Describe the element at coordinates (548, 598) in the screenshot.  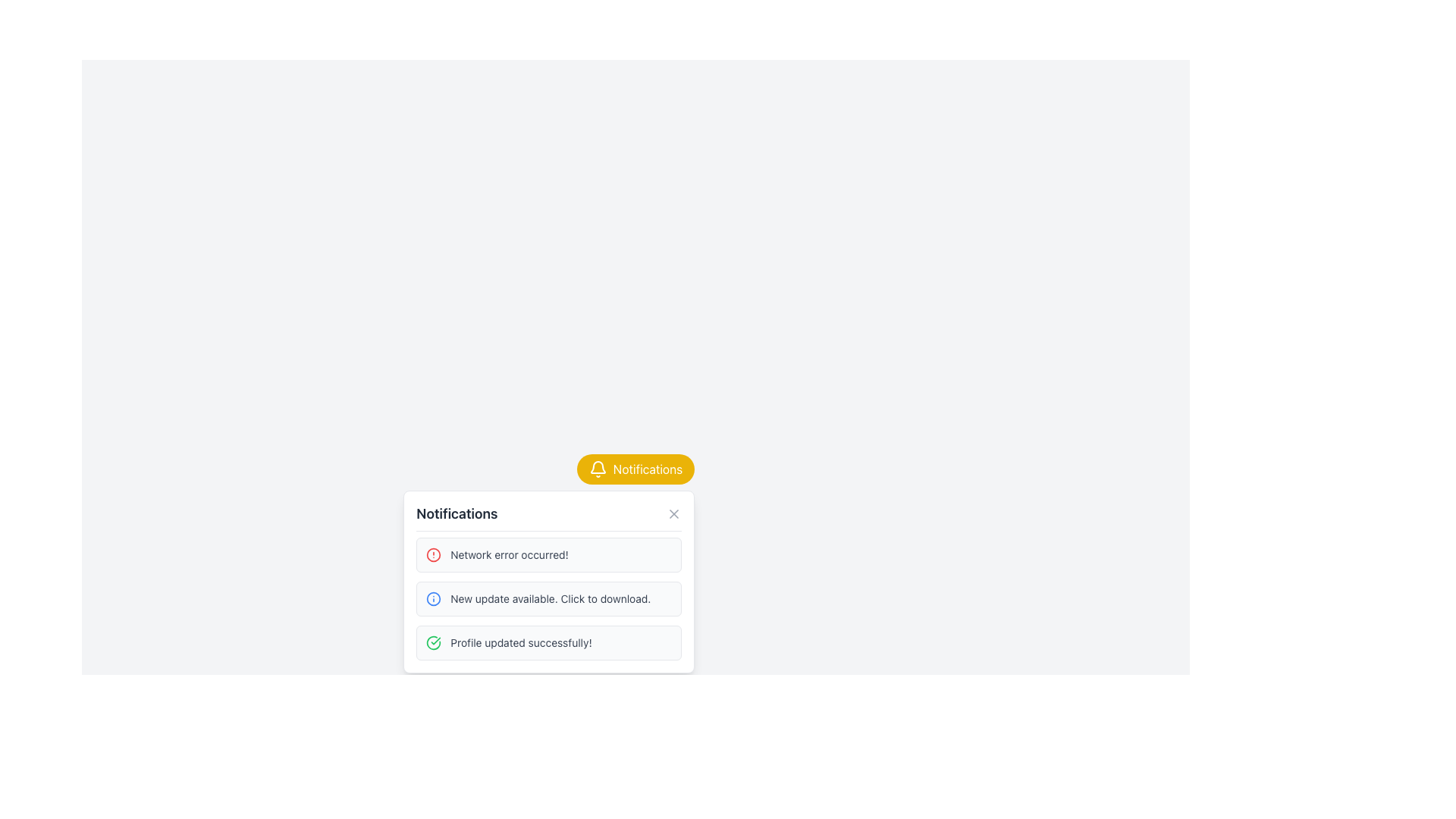
I see `an item in the Notification List located in the 'Notifications' section at the bottom-right of the interface` at that location.